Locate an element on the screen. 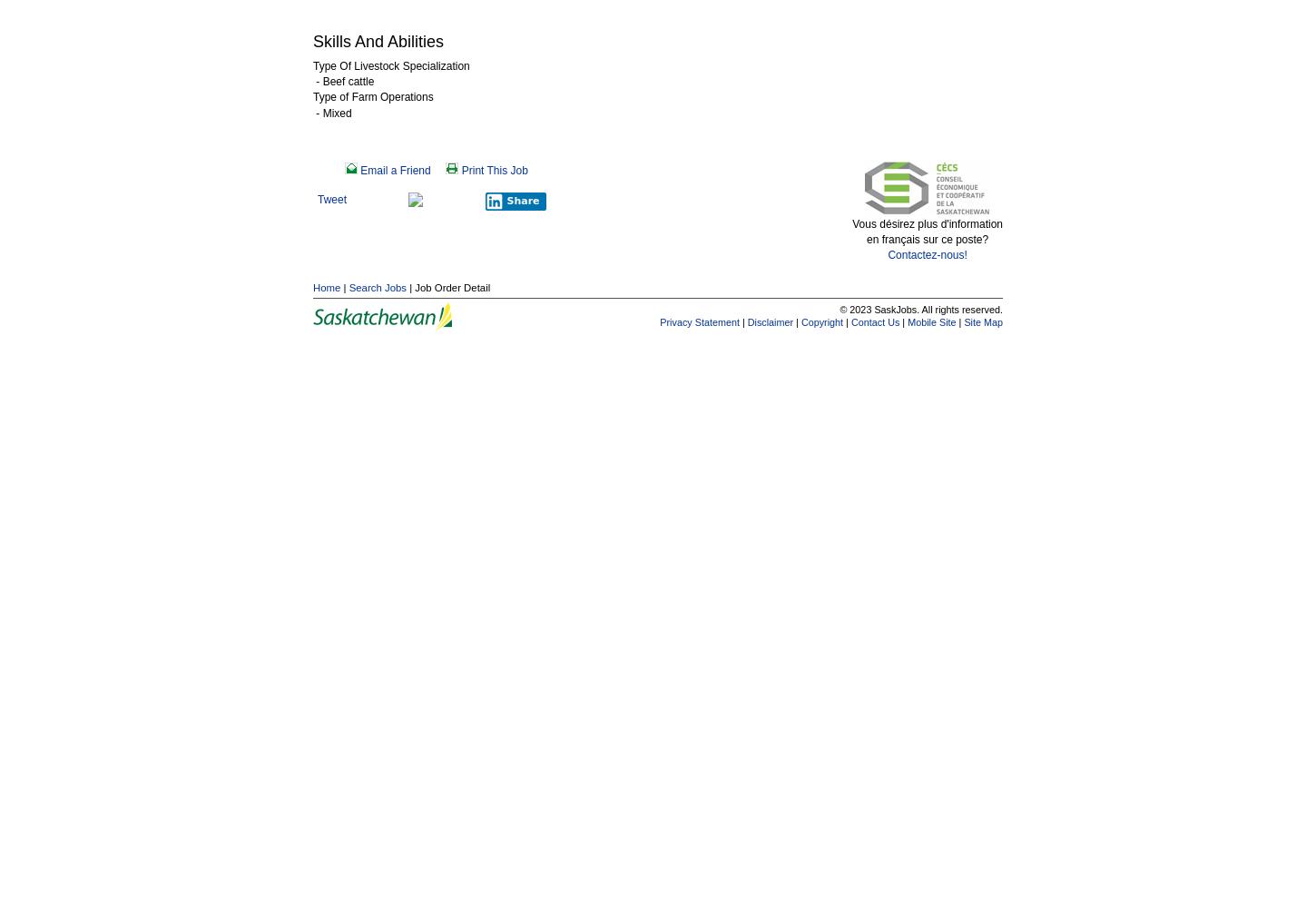 This screenshot has height=908, width=1316. 'Contact Us' is located at coordinates (849, 321).